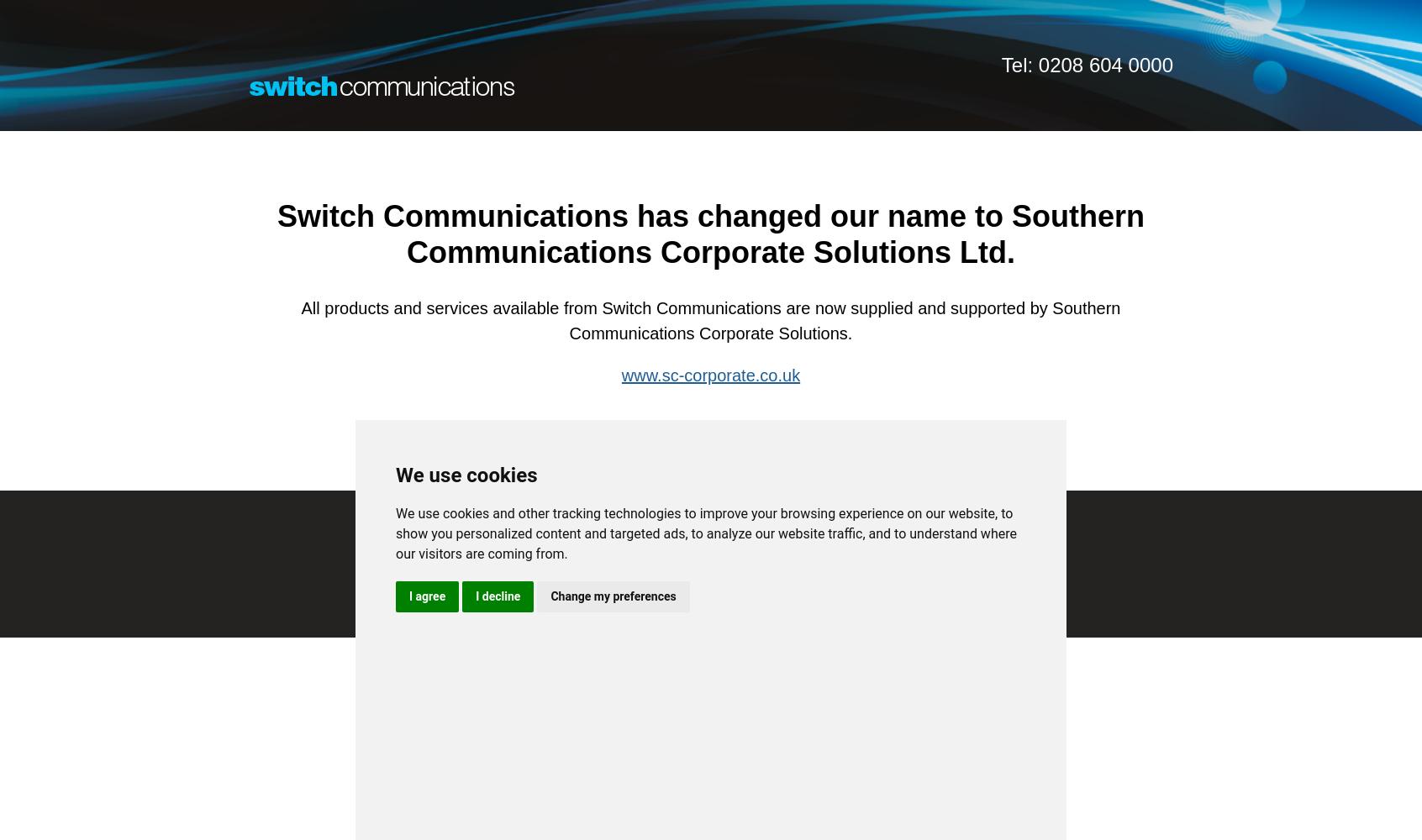  I want to click on 'All products and services available from Switch Communications are now supplied and supported by Southern Communications Corporate Solutions.', so click(710, 321).